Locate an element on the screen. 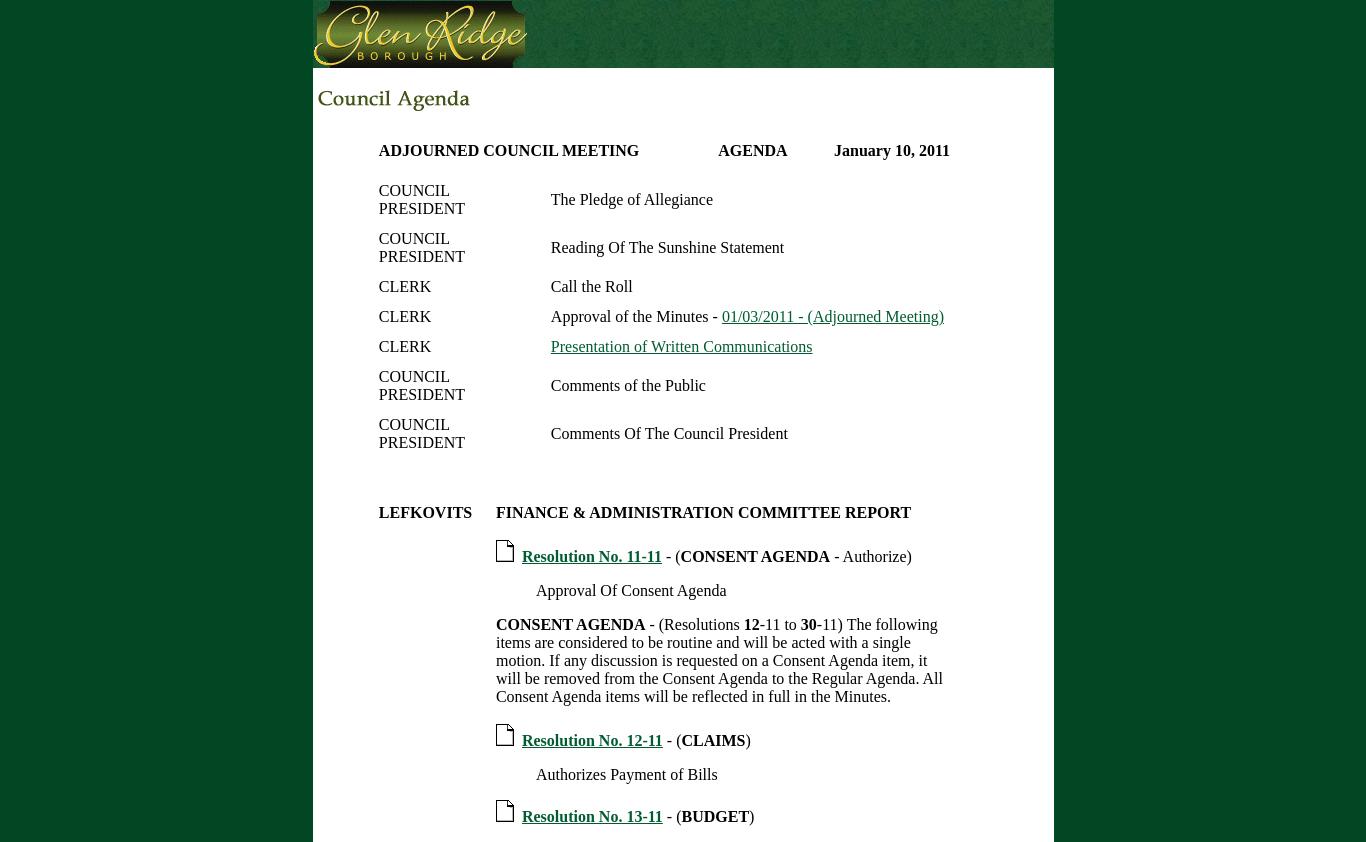 Image resolution: width=1366 pixels, height=842 pixels. '01/03/2011 - (Adjourned Meeting)' is located at coordinates (831, 316).